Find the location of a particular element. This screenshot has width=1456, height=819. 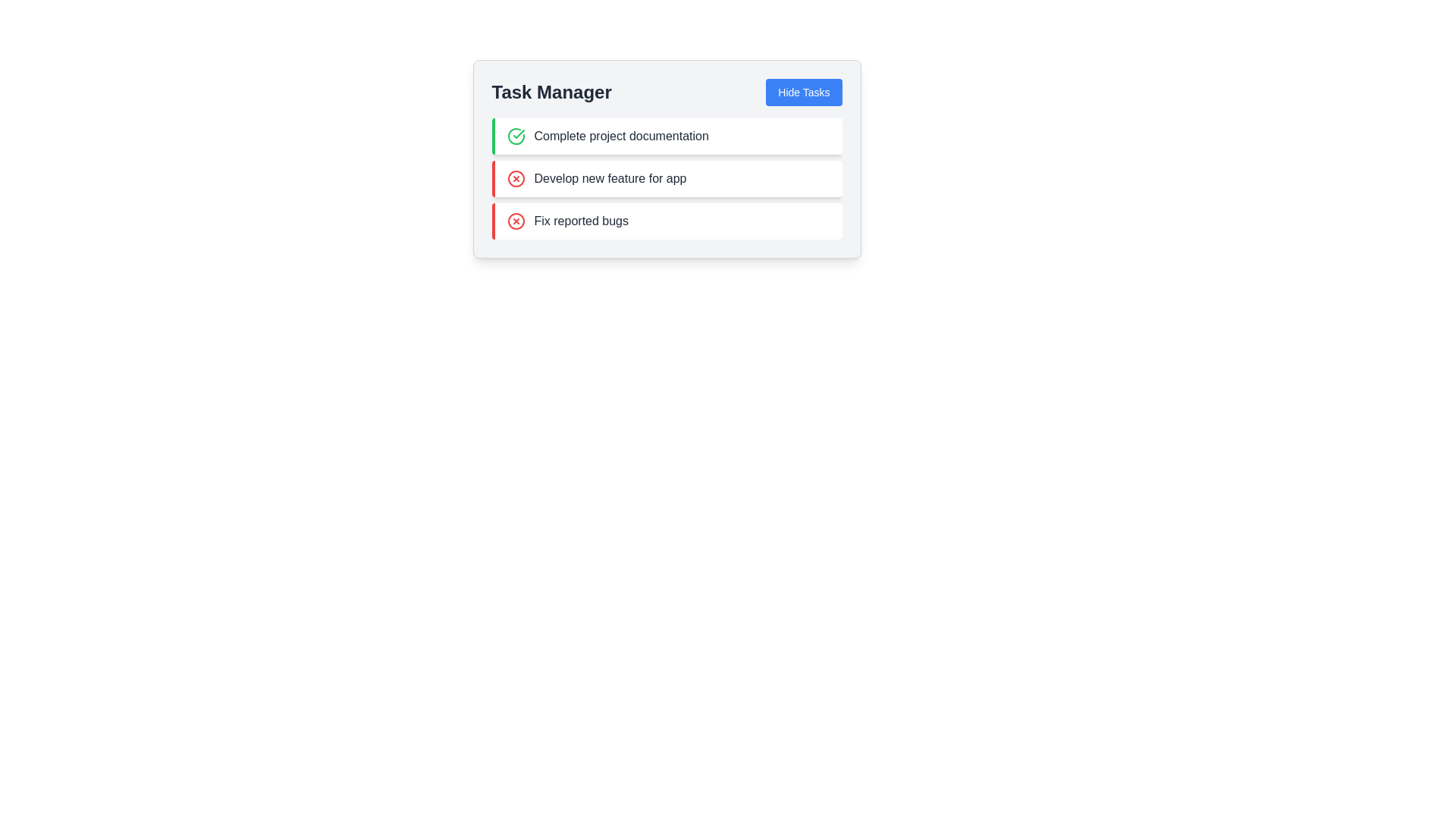

the error icon located to the left of the 'Fix reported bugs' text in the third row of tasks is located at coordinates (516, 221).